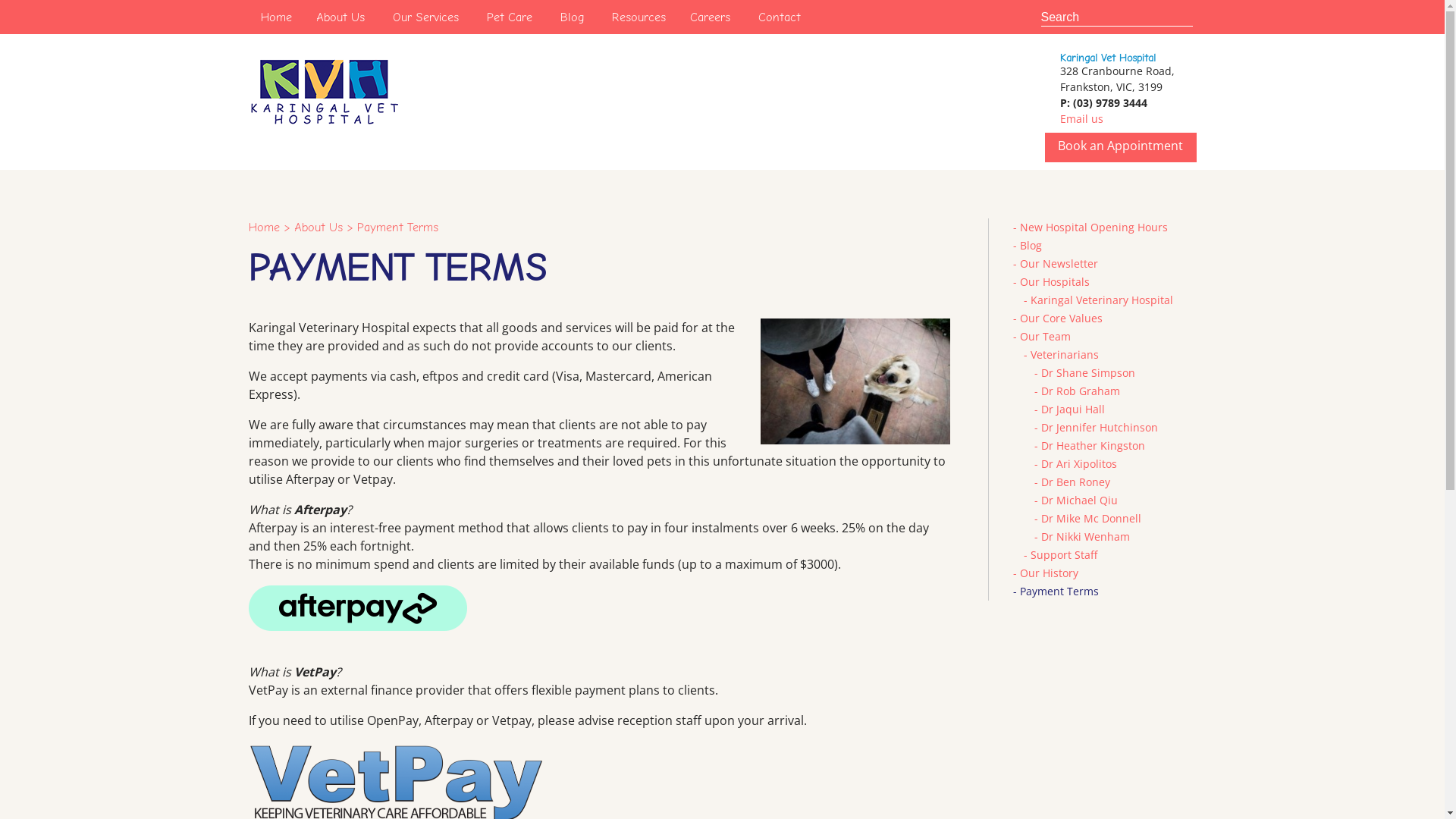 The width and height of the screenshot is (1456, 819). Describe the element at coordinates (1081, 118) in the screenshot. I see `'Email us'` at that location.